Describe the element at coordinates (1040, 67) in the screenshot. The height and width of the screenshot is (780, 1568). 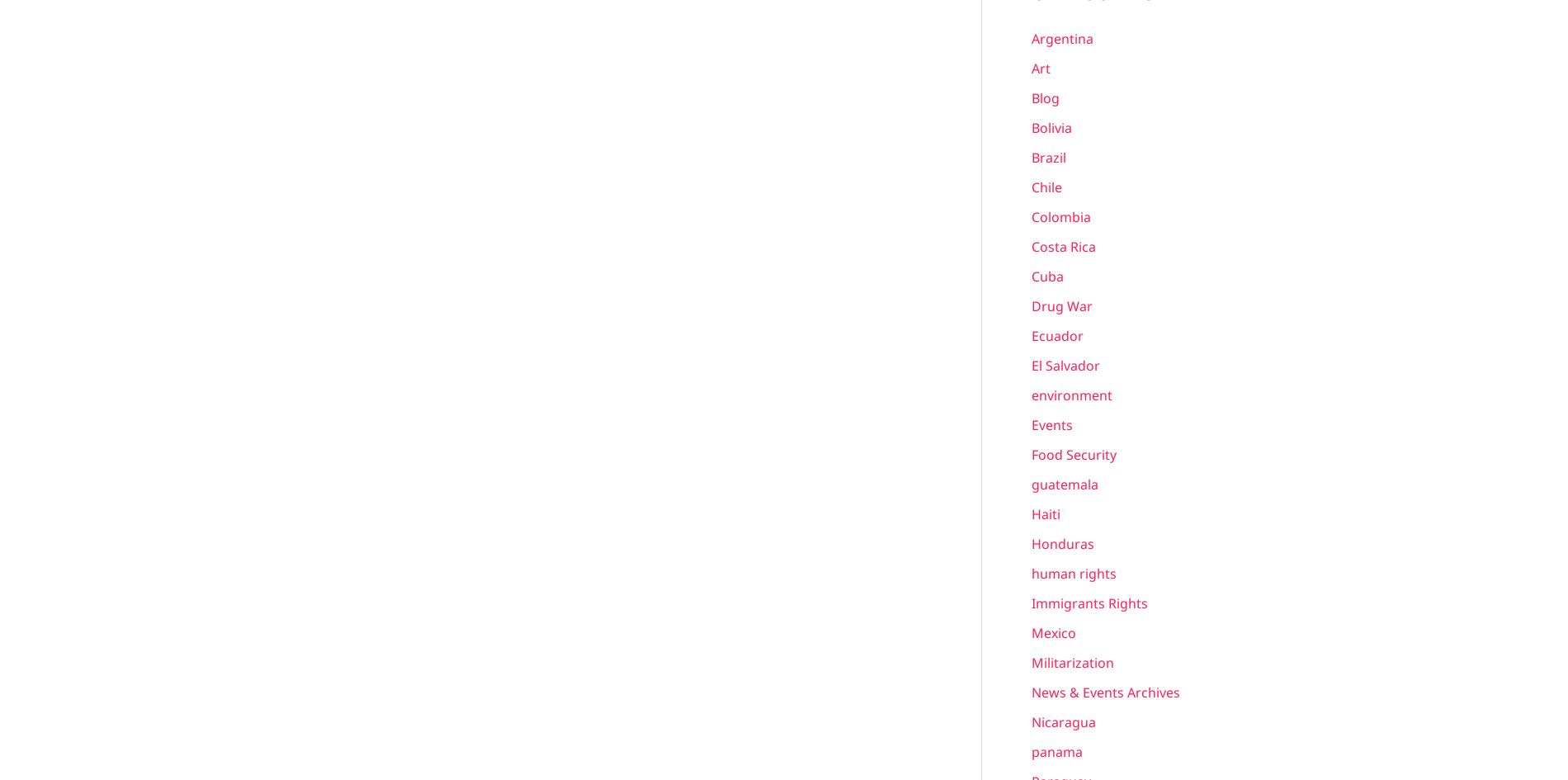
I see `'Art'` at that location.